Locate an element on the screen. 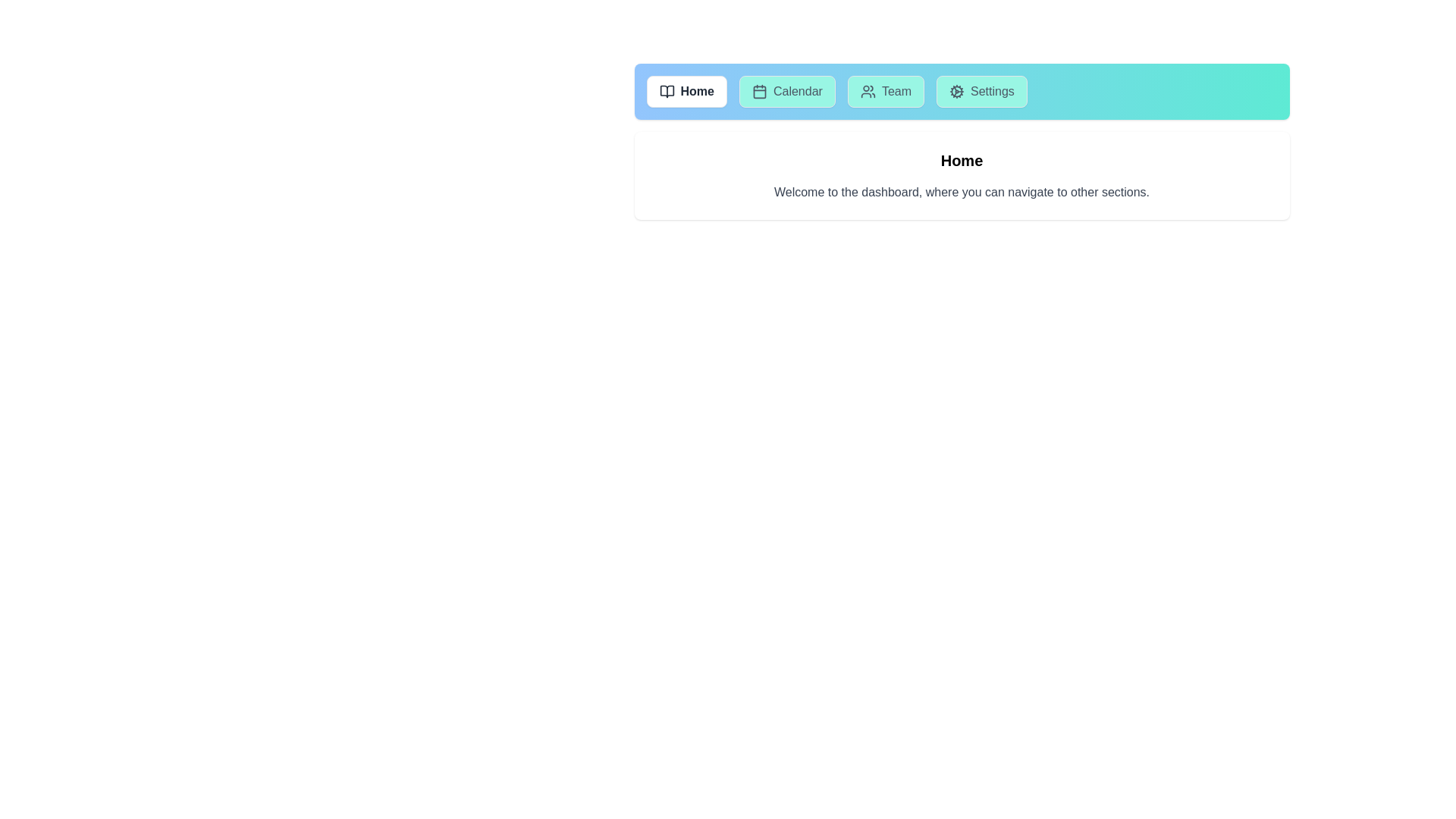 This screenshot has height=819, width=1456. the tab labeled Home to observe its hover effect is located at coordinates (686, 91).